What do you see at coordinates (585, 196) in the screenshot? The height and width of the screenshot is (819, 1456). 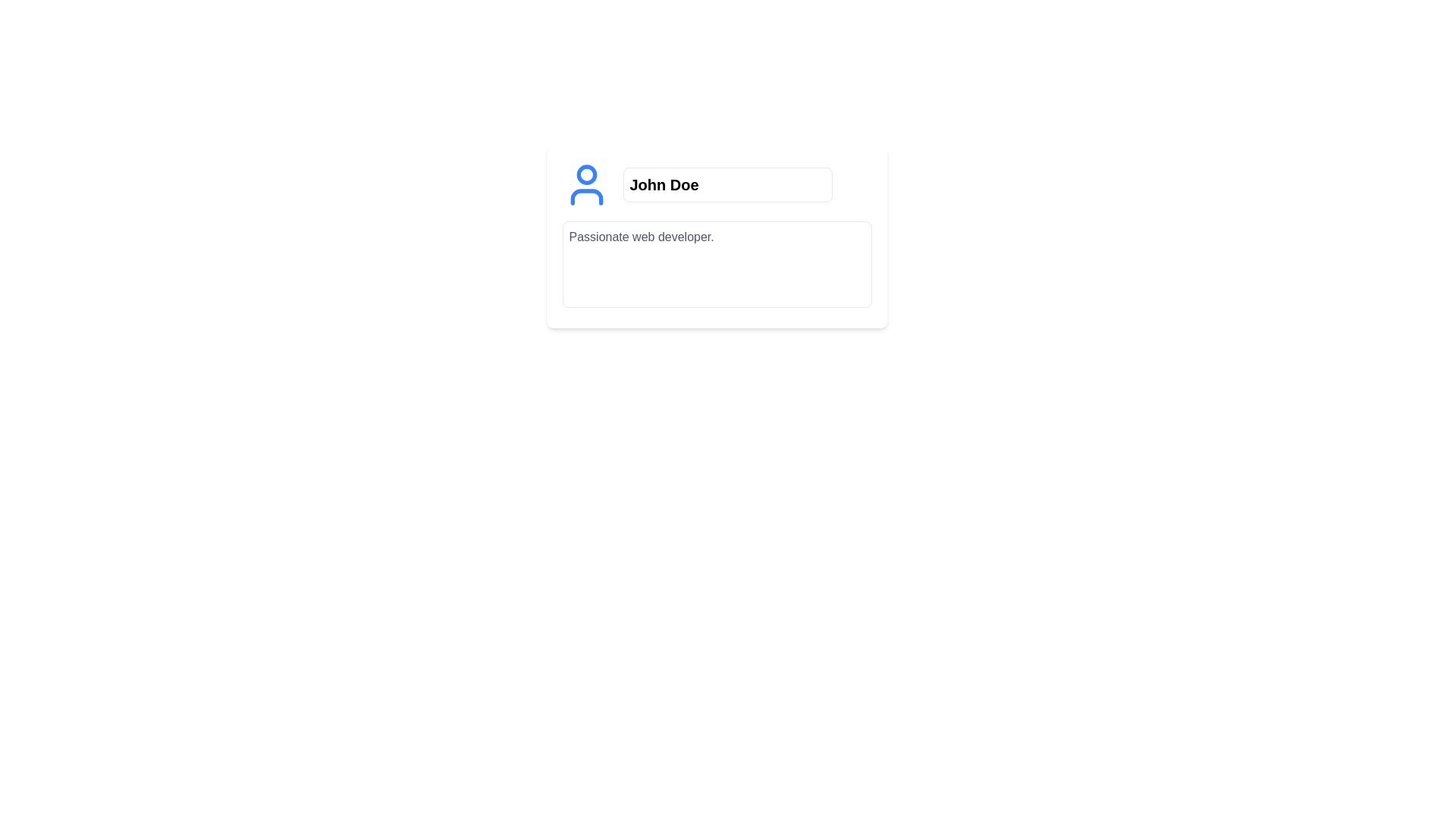 I see `semi-rounded rectangle element representing the user profile, located at the base of the user icon in the developer tools` at bounding box center [585, 196].